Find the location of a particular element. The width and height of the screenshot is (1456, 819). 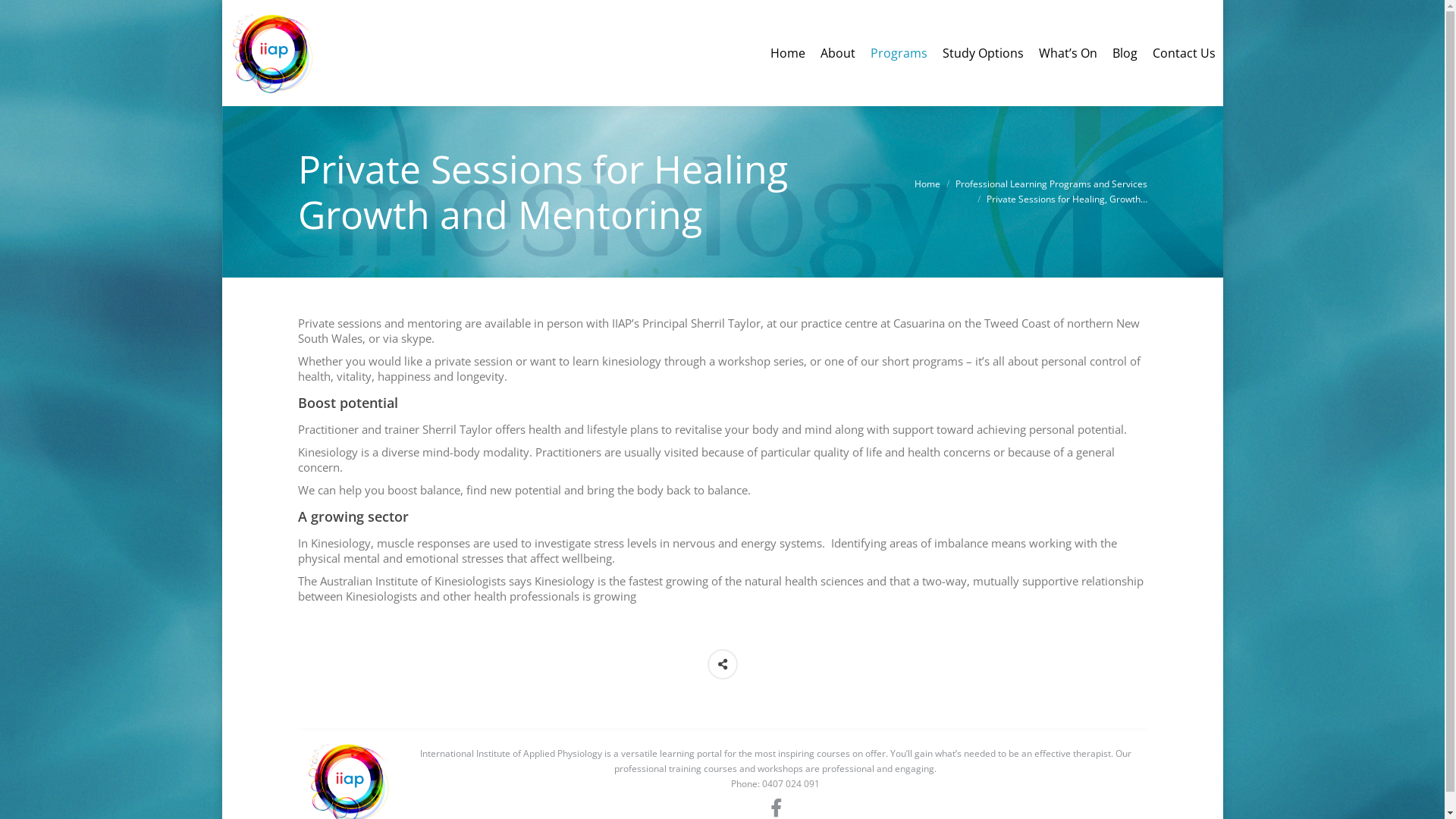

'Contact Us' is located at coordinates (1183, 52).